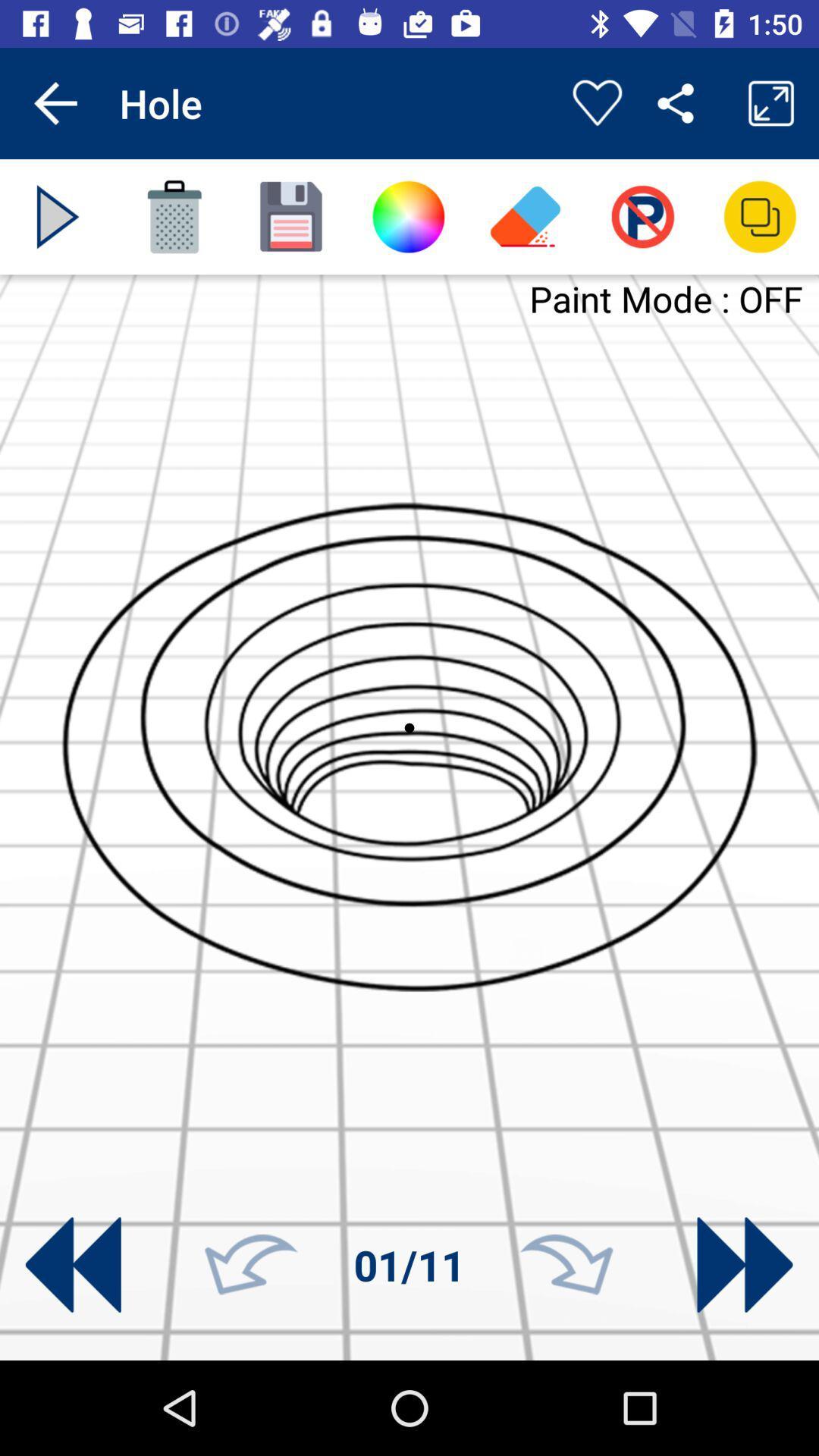 Image resolution: width=819 pixels, height=1456 pixels. What do you see at coordinates (596, 102) in the screenshot?
I see `mark as favorite` at bounding box center [596, 102].